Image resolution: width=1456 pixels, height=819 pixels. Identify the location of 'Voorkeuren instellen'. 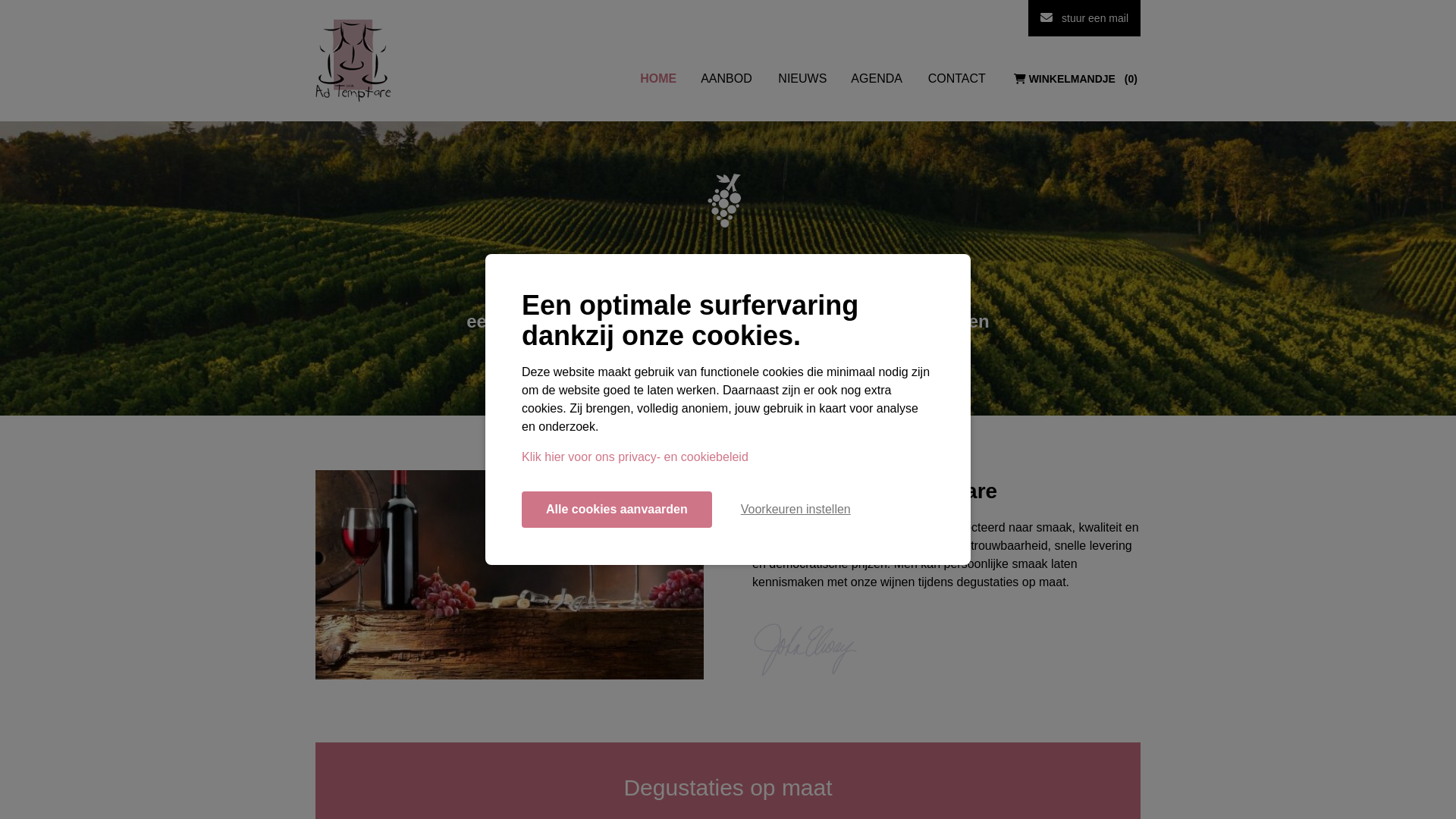
(795, 509).